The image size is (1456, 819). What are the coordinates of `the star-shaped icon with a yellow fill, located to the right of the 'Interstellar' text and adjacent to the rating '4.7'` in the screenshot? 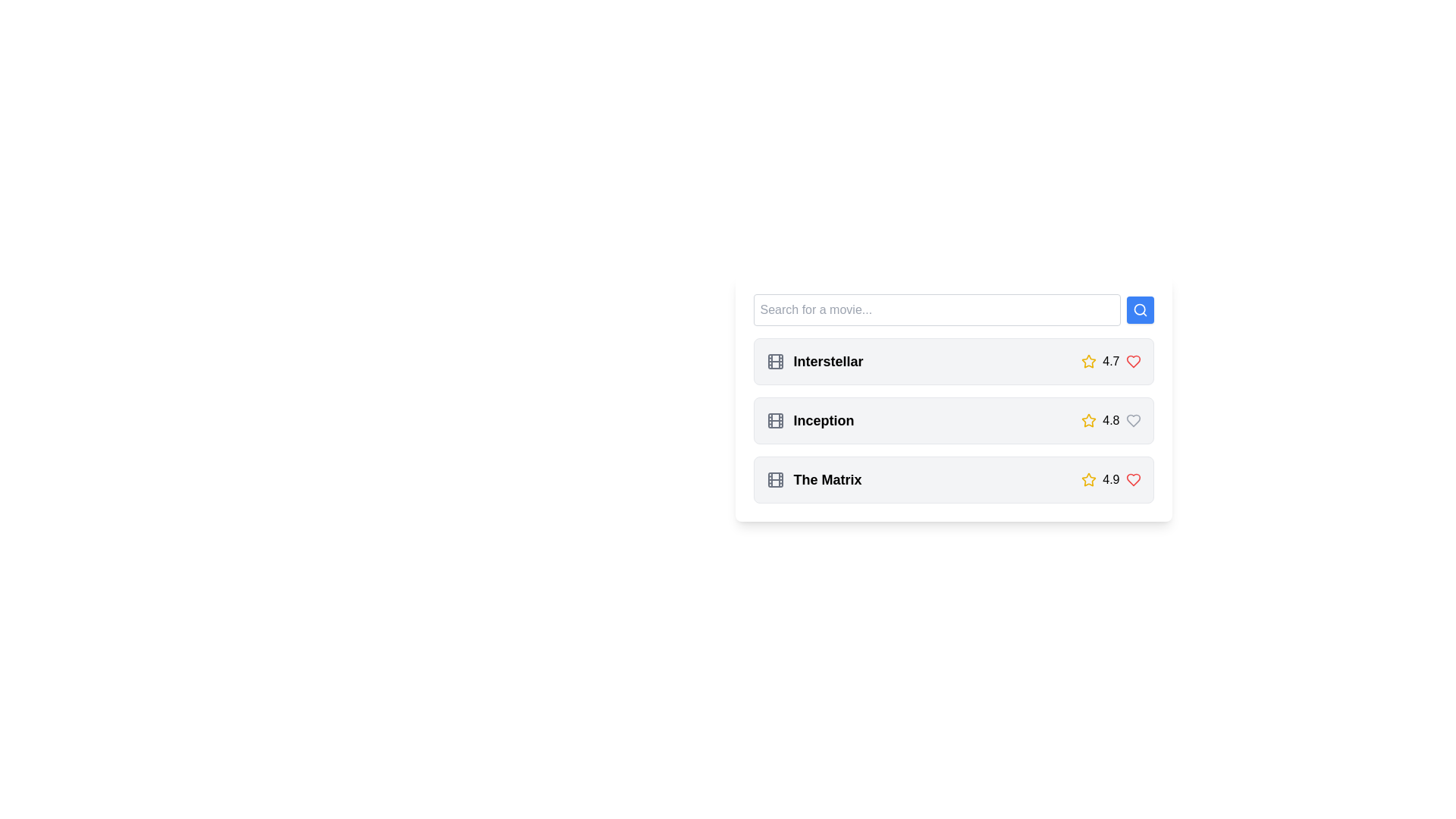 It's located at (1088, 362).